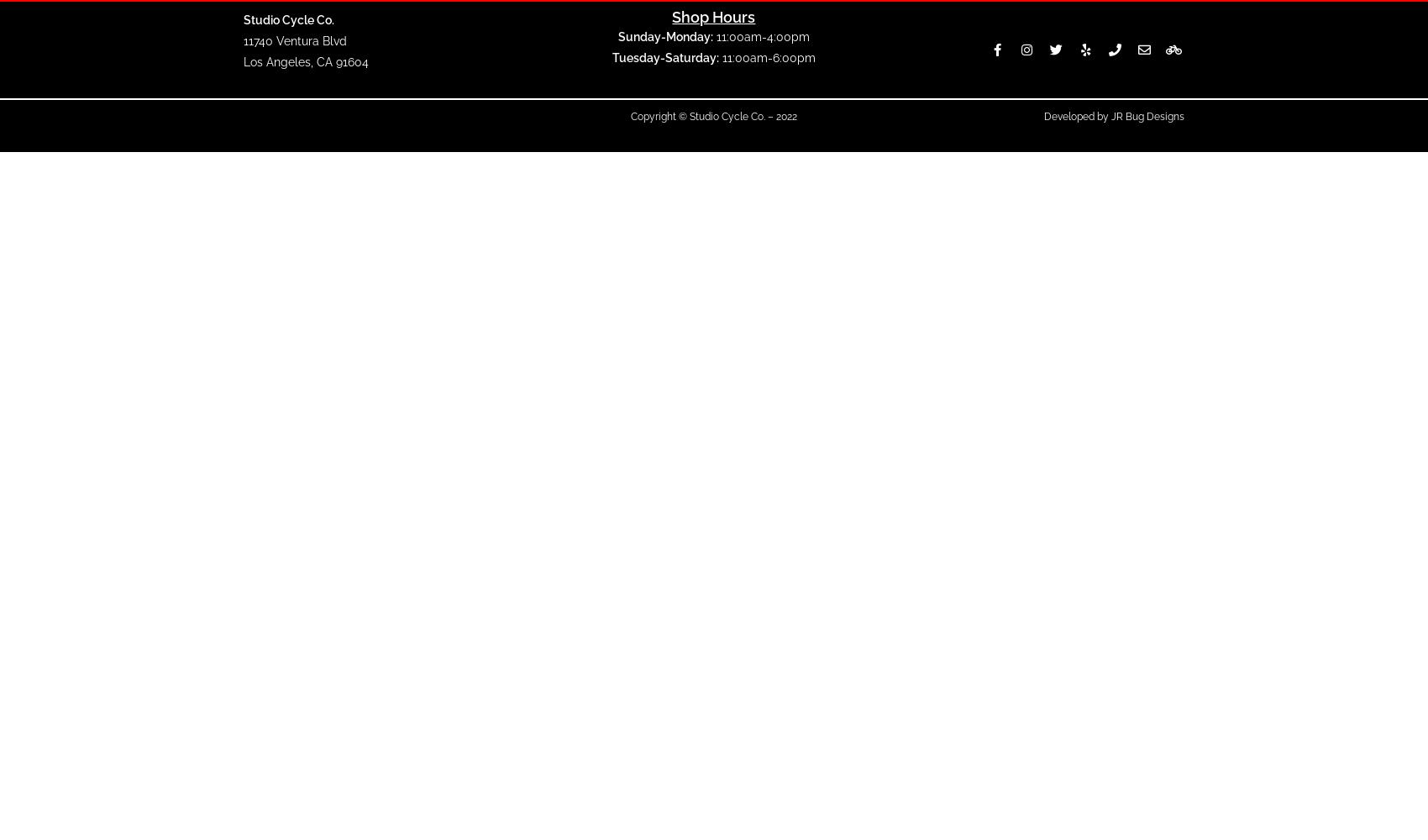  What do you see at coordinates (766, 56) in the screenshot?
I see `'11:00am-6:00pm'` at bounding box center [766, 56].